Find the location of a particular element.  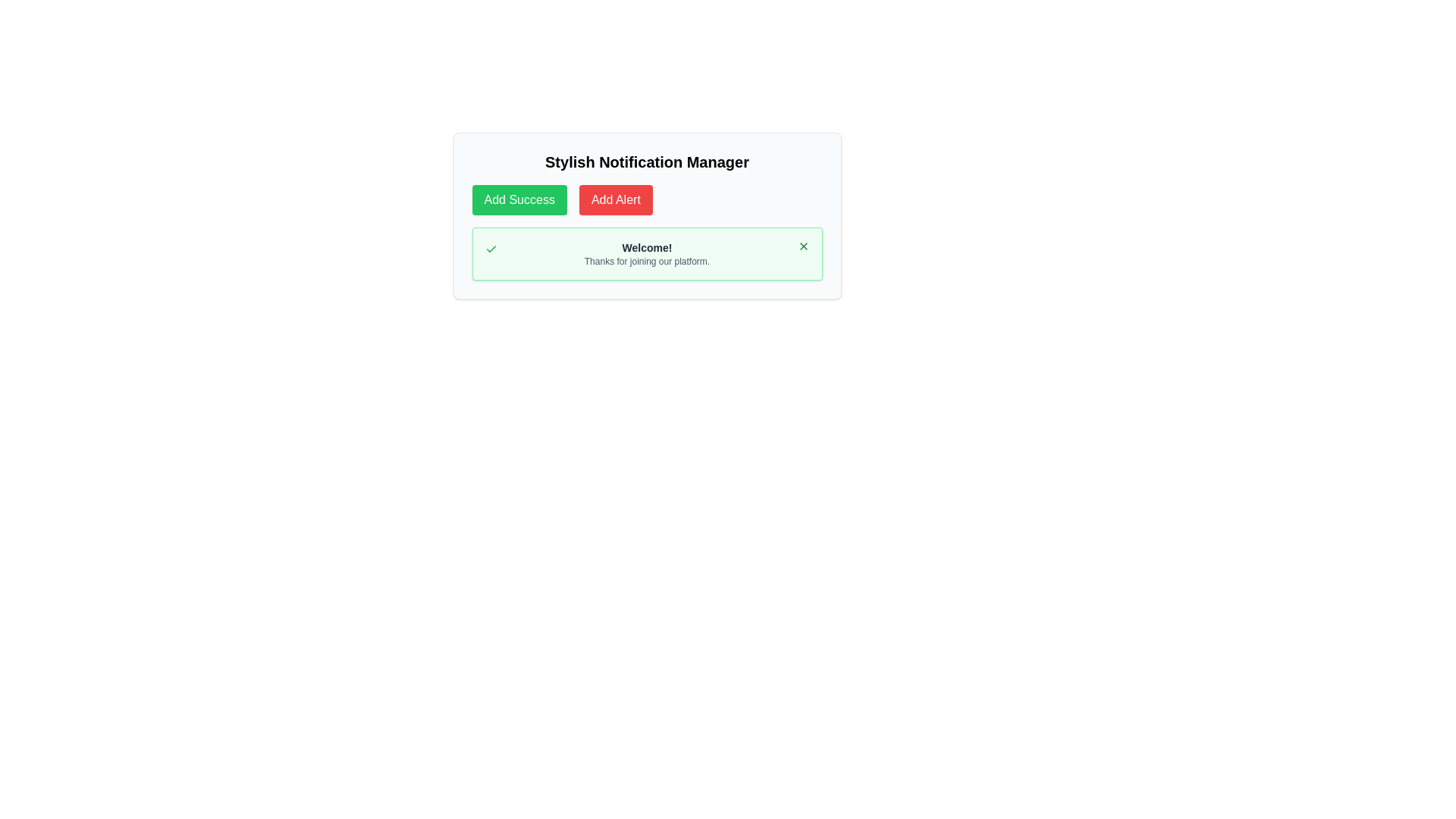

the welcome message text block located in the green-tinted notification box, which is positioned centrally between a green checkmark icon and a close button is located at coordinates (647, 253).